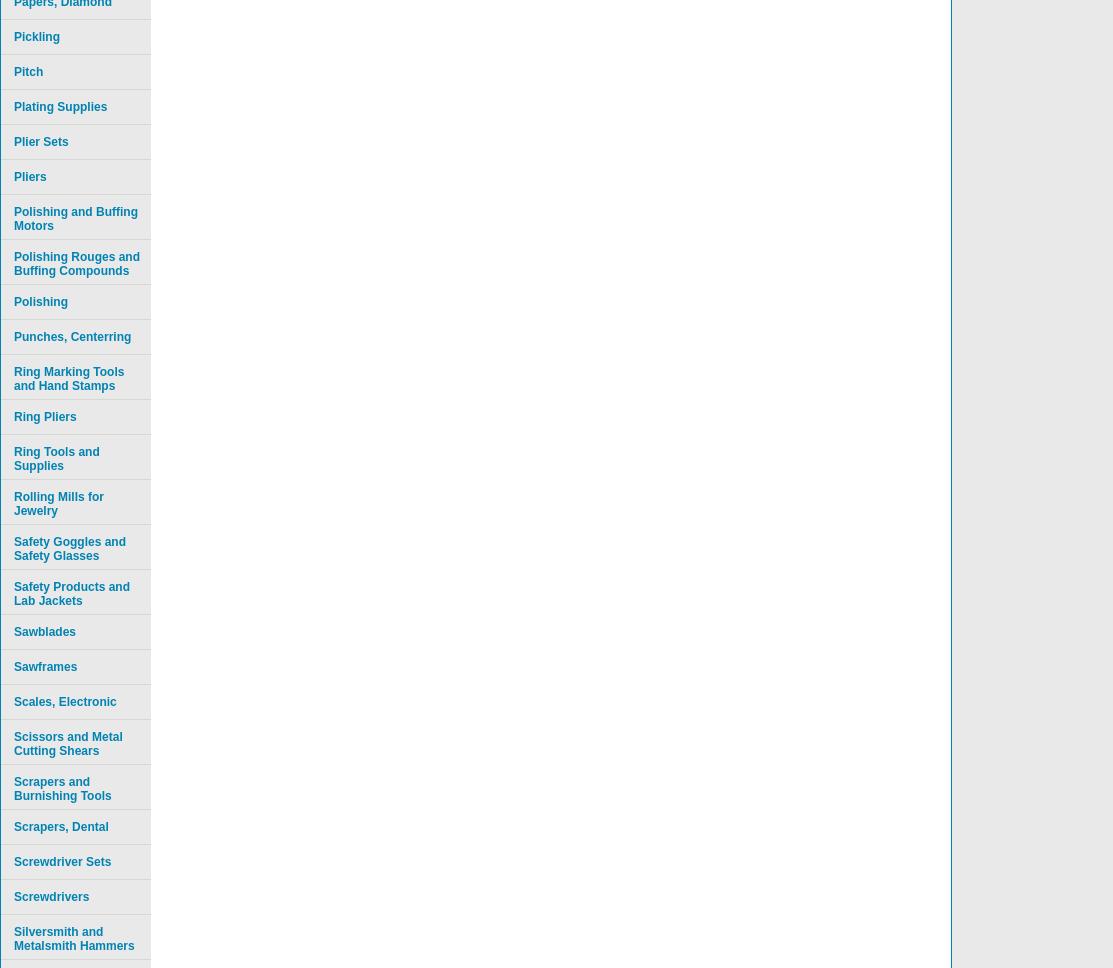 The height and width of the screenshot is (968, 1113). Describe the element at coordinates (28, 71) in the screenshot. I see `'Pitch'` at that location.